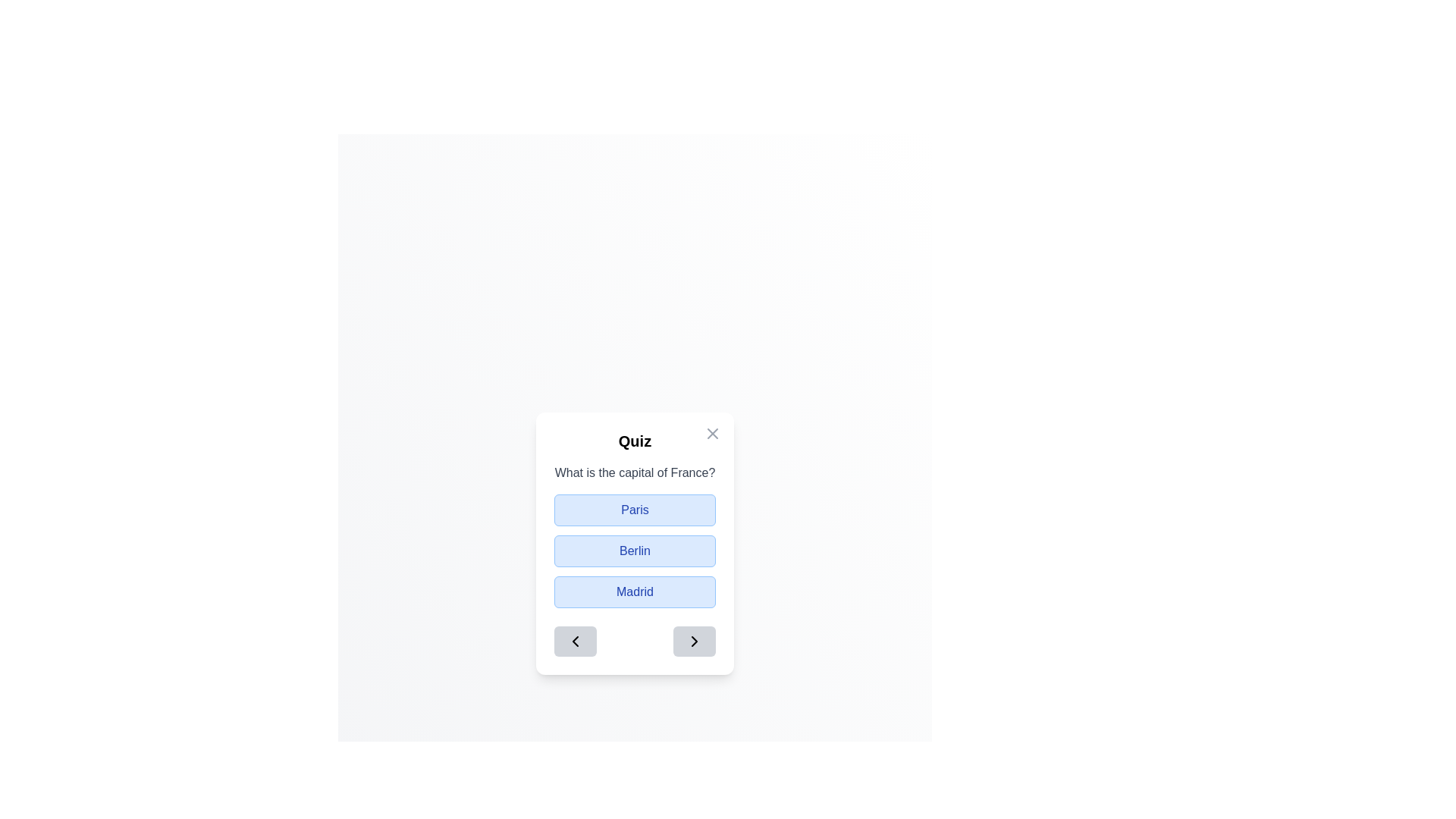 This screenshot has height=819, width=1456. I want to click on the button labeled 'Berlin' in the multiple-choice quiz interface, so click(635, 551).